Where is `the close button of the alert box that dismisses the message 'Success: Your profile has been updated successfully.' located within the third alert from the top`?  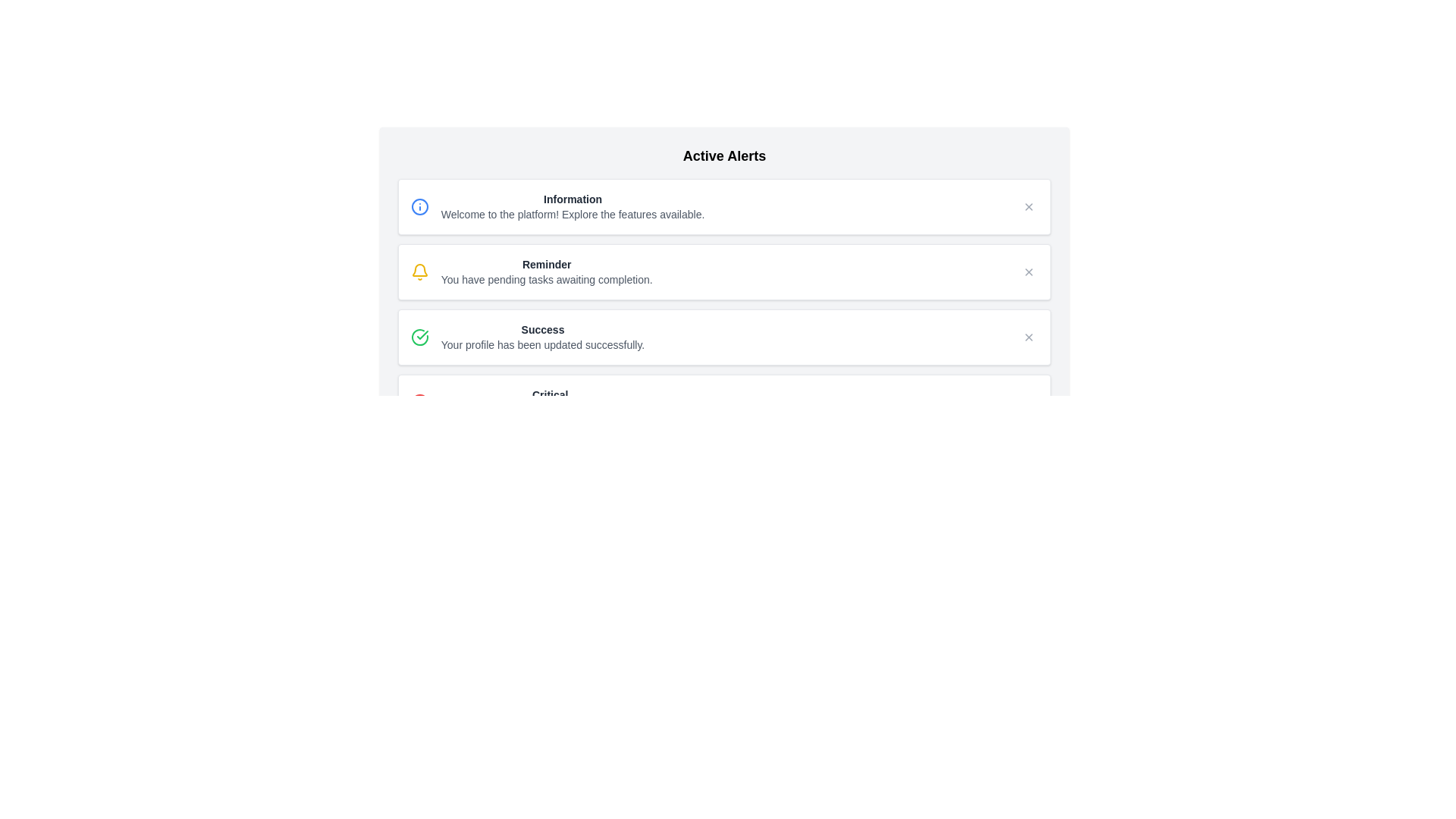
the close button of the alert box that dismisses the message 'Success: Your profile has been updated successfully.' located within the third alert from the top is located at coordinates (1029, 336).